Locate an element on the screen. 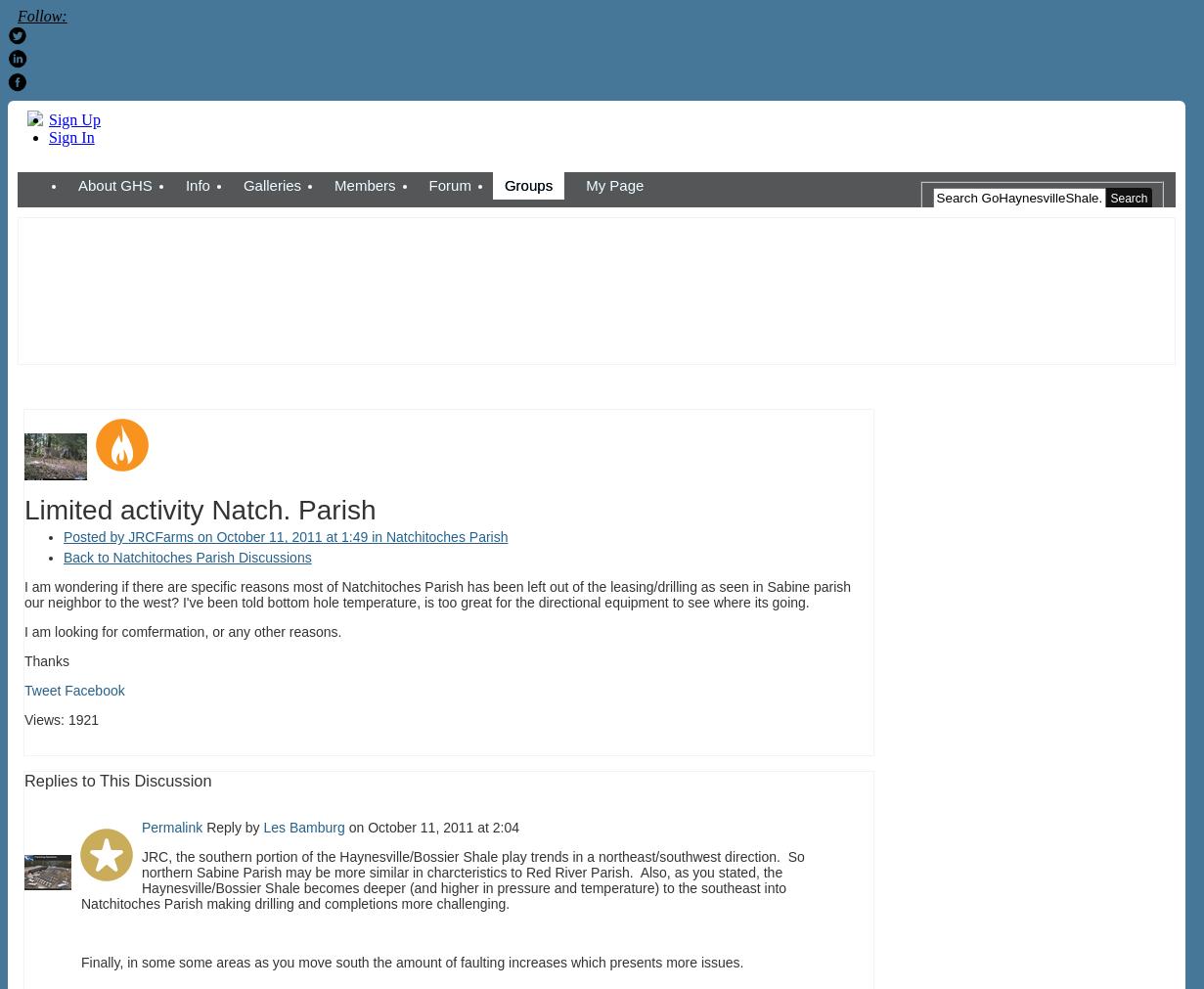 The image size is (1204, 989). 'Les Bamburg' is located at coordinates (303, 828).